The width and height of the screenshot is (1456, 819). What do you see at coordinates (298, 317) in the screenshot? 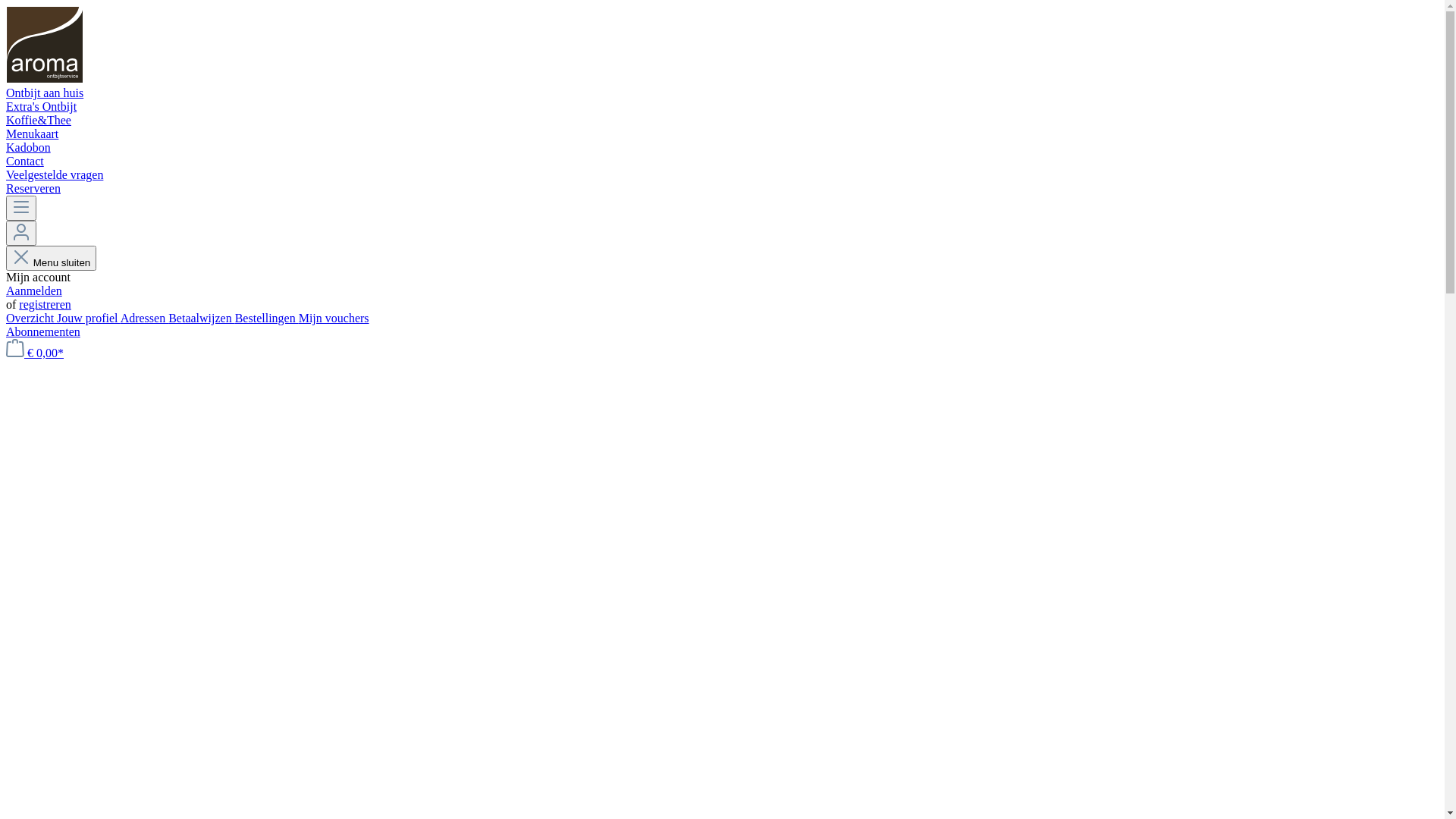
I see `'Mijn vouchers'` at bounding box center [298, 317].